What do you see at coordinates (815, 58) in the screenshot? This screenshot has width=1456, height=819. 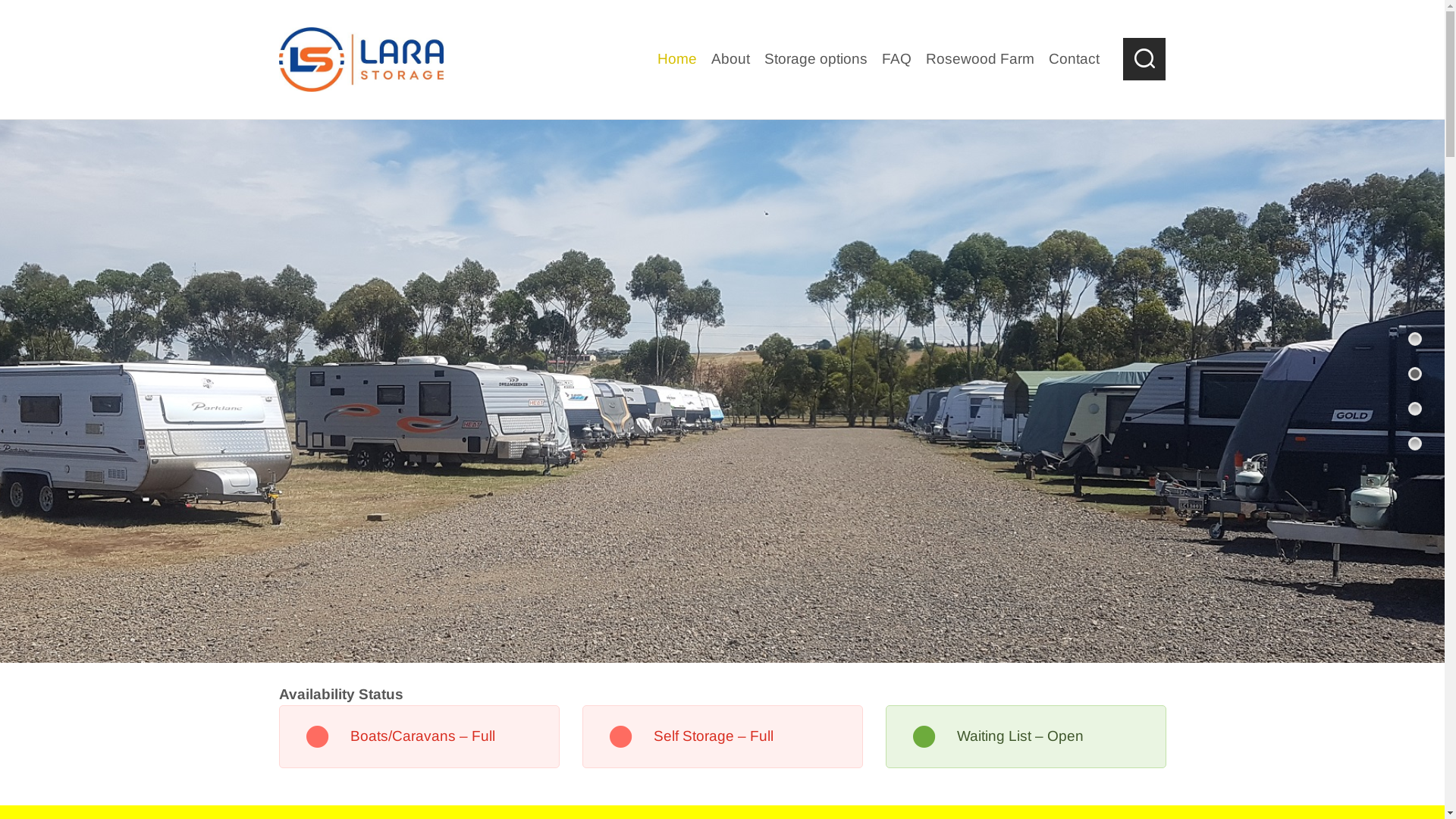 I see `'Storage options'` at bounding box center [815, 58].